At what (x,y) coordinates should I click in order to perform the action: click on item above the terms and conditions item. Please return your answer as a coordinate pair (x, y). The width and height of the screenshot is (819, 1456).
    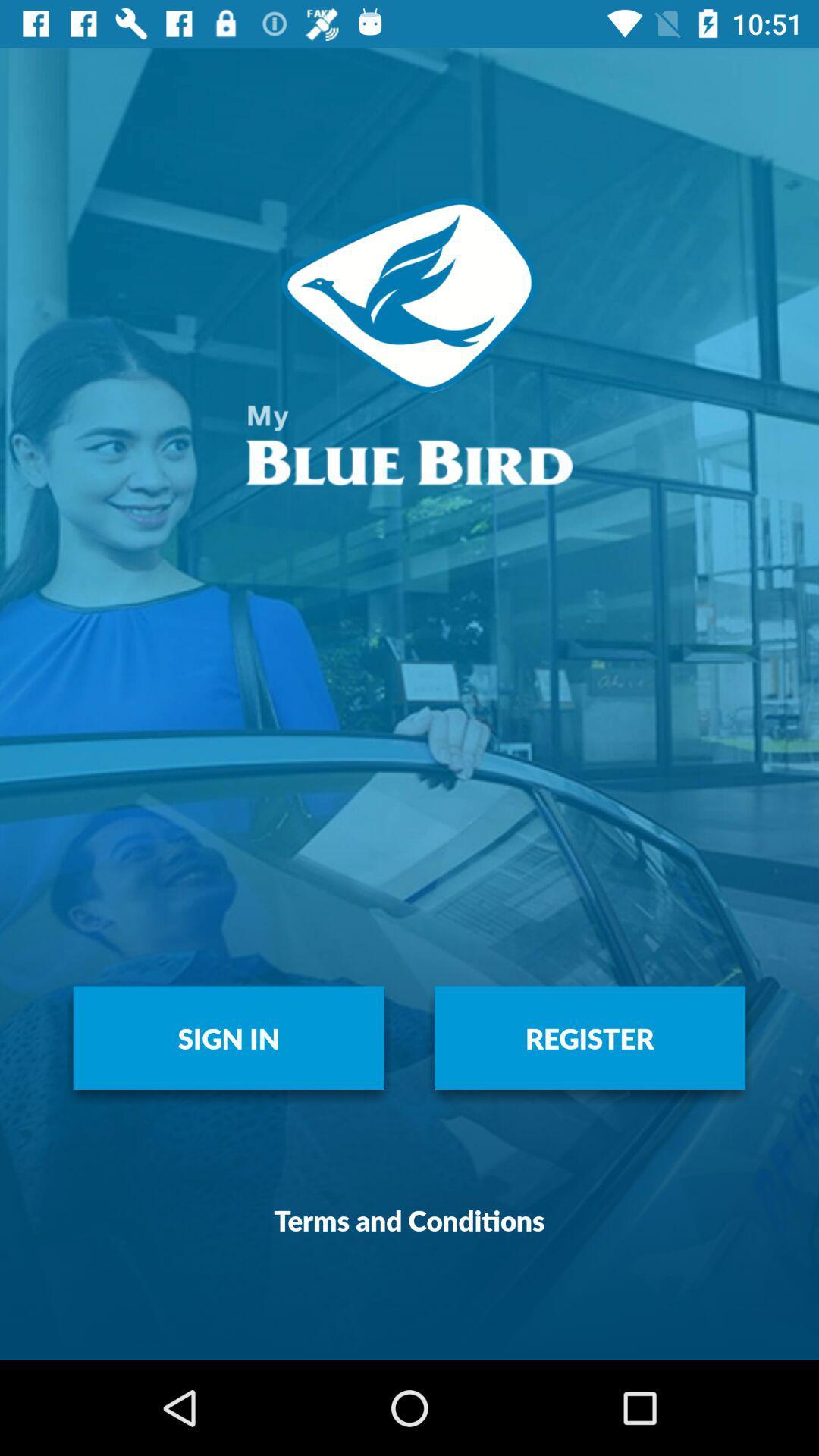
    Looking at the image, I should click on (589, 1037).